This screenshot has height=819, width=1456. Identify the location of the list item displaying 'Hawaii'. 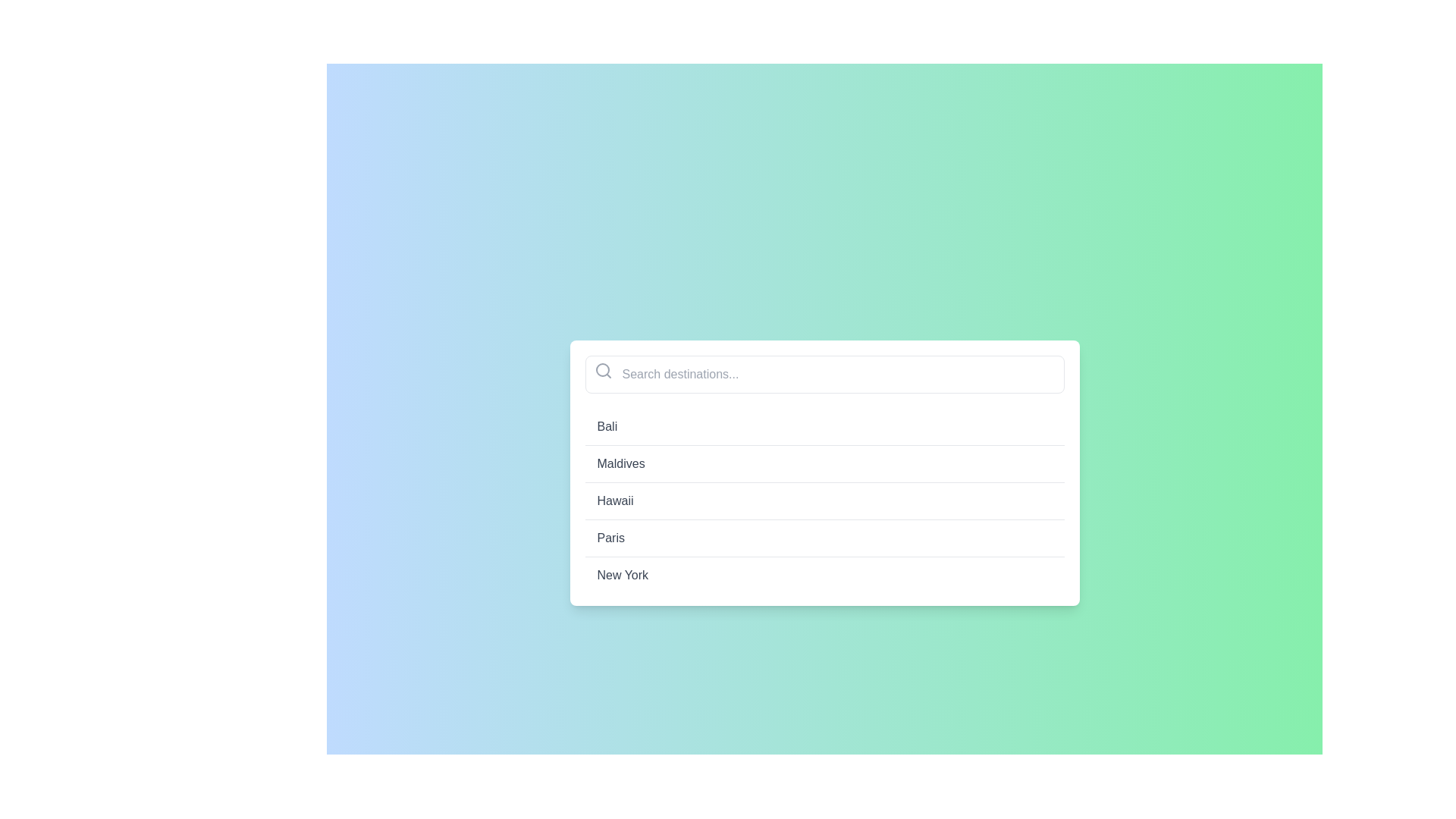
(824, 500).